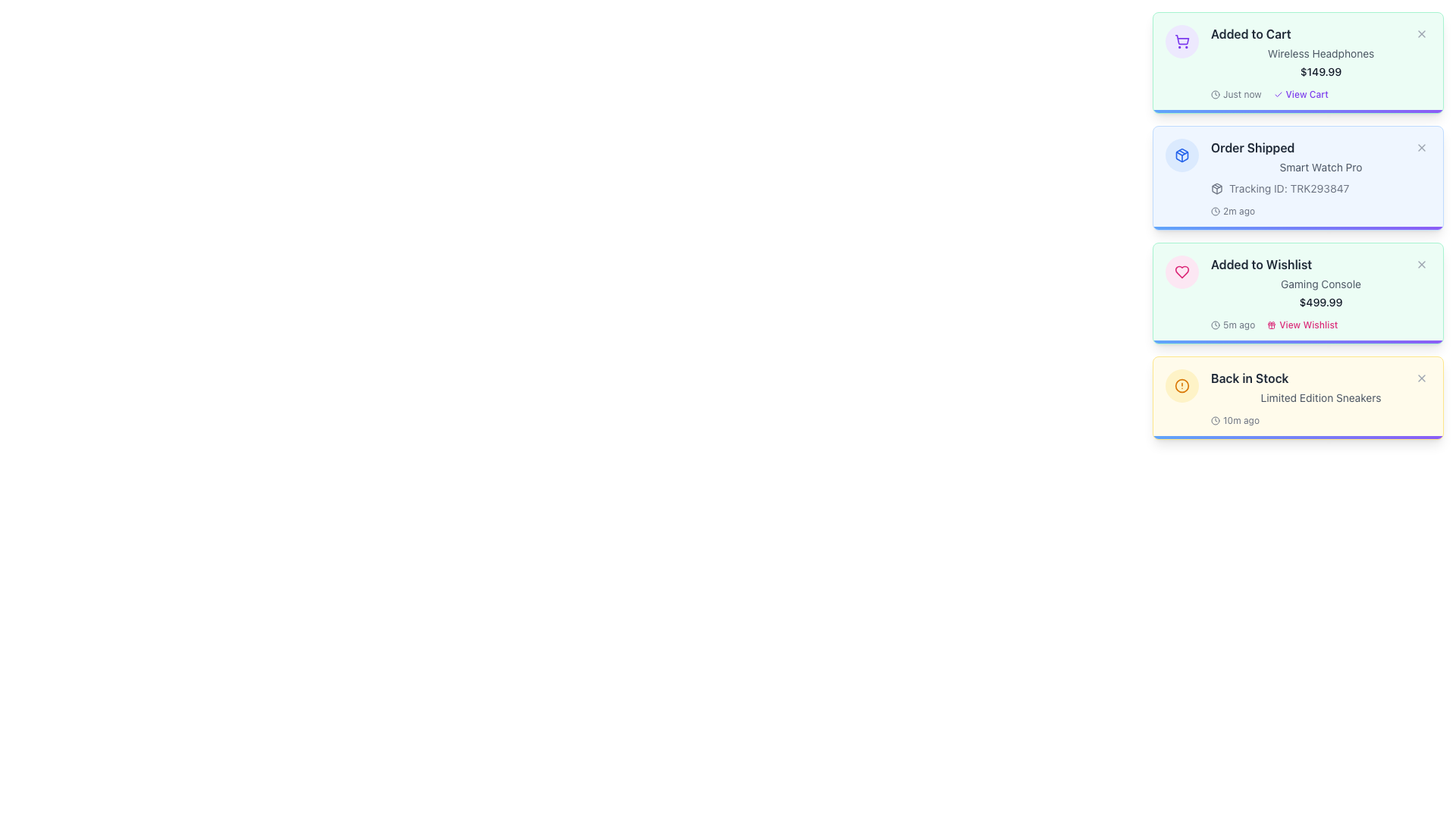  I want to click on the Decorative Bar, a narrow horizontal bar with a gradient color scheme transitioning from blue to violet, located at the bottom of the 'Added to Wishlist' section, so click(1298, 342).